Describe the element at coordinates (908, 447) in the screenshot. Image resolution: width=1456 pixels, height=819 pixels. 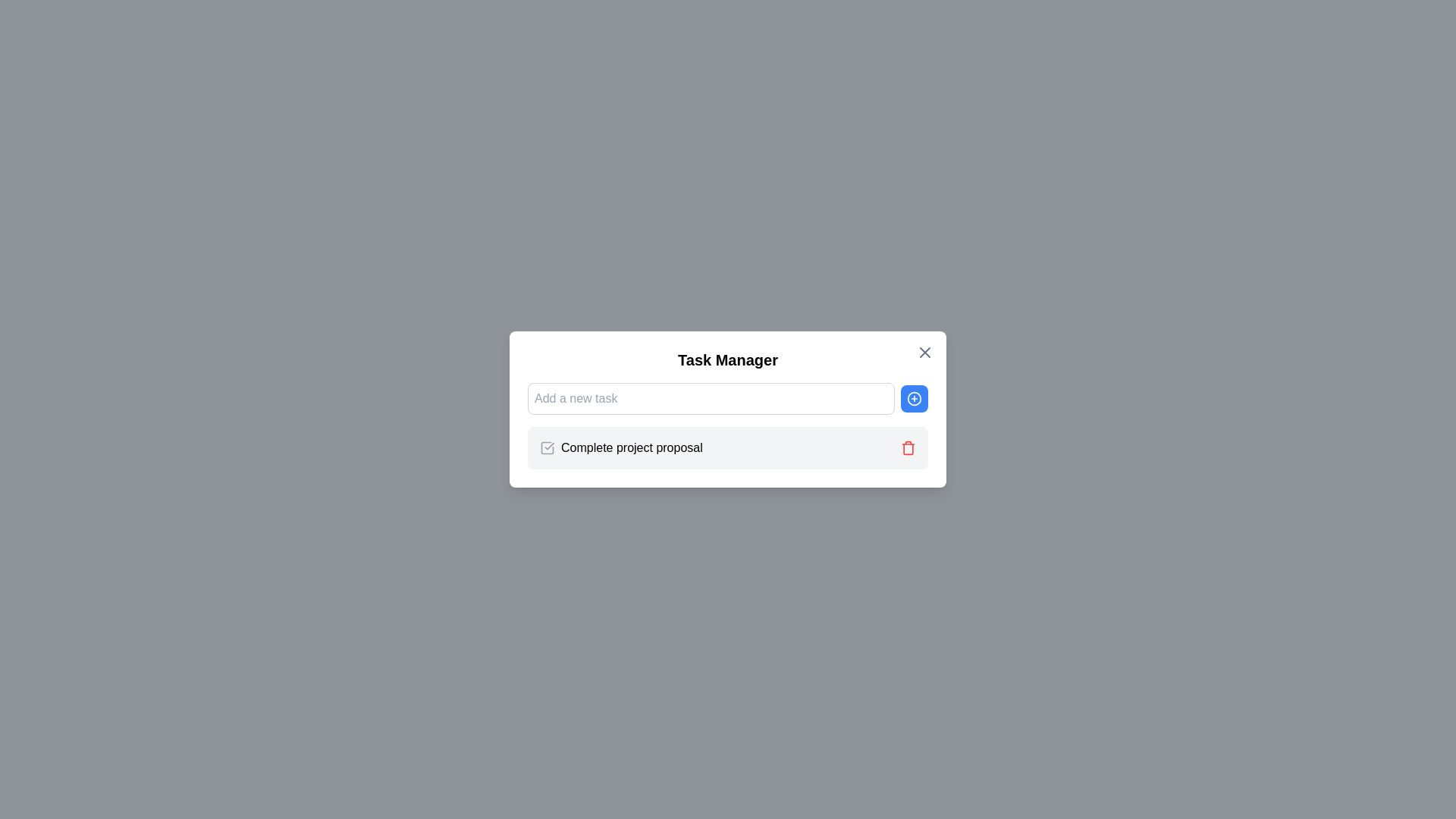
I see `the small red trash bin icon located on the right side of the 'Complete project proposal' text to invoke the delete action` at that location.